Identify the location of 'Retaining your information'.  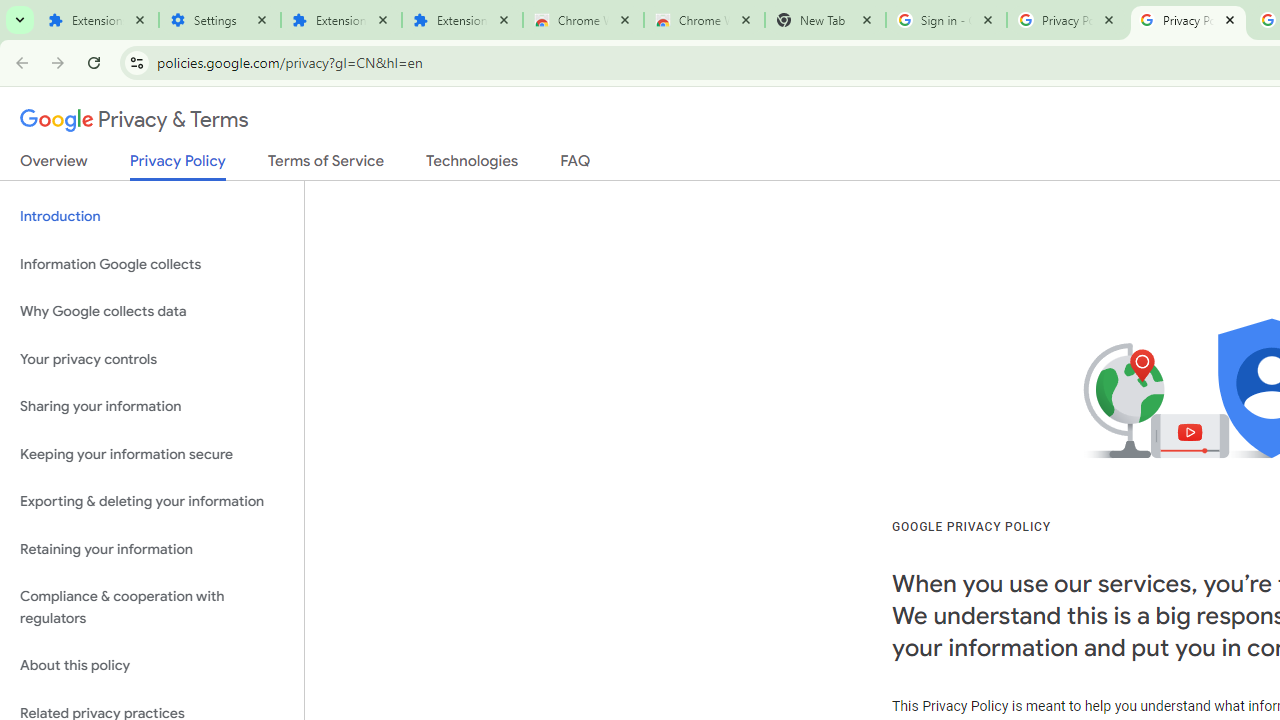
(151, 549).